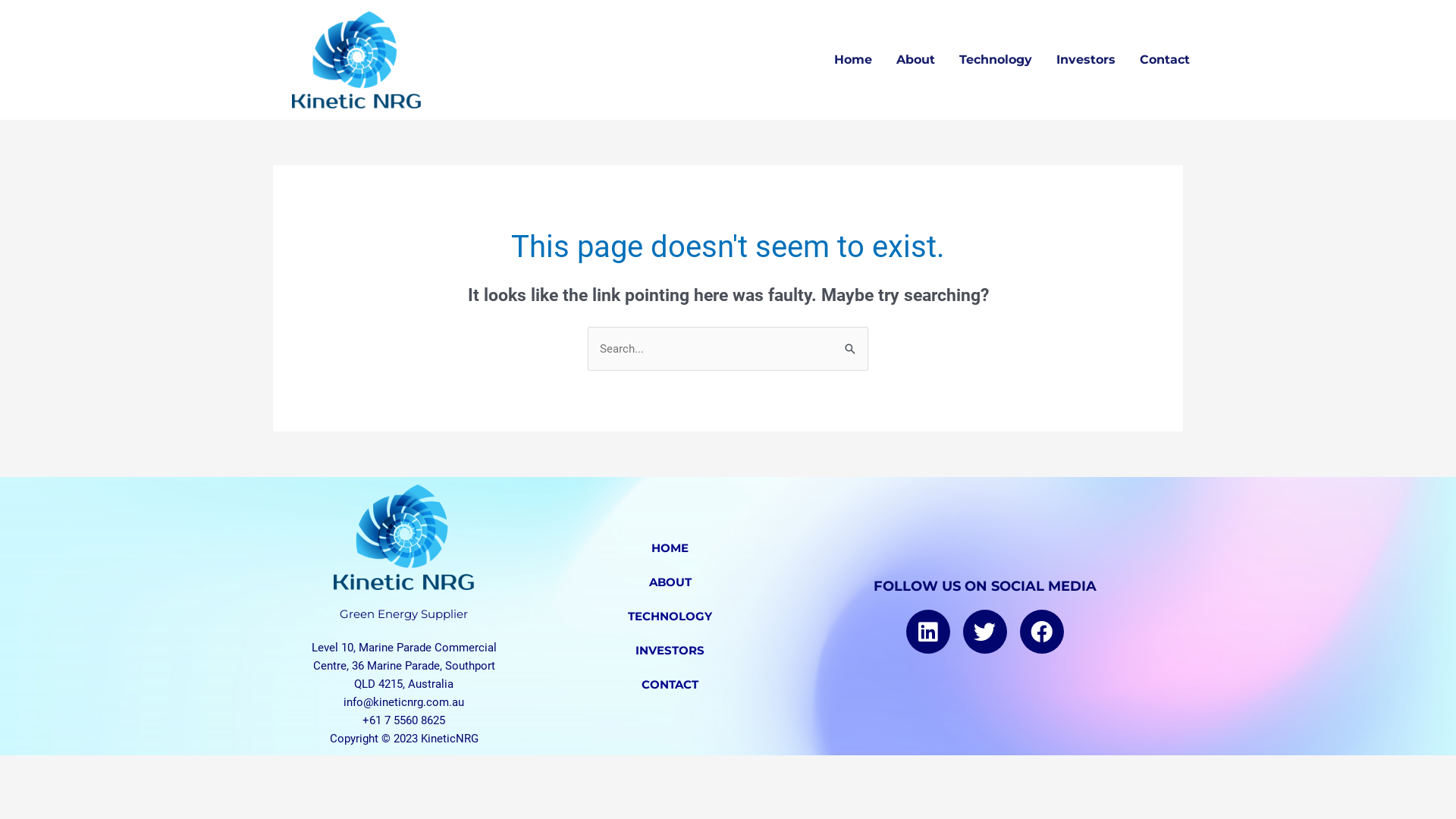 This screenshot has width=1456, height=819. Describe the element at coordinates (669, 649) in the screenshot. I see `'INVESTORS'` at that location.